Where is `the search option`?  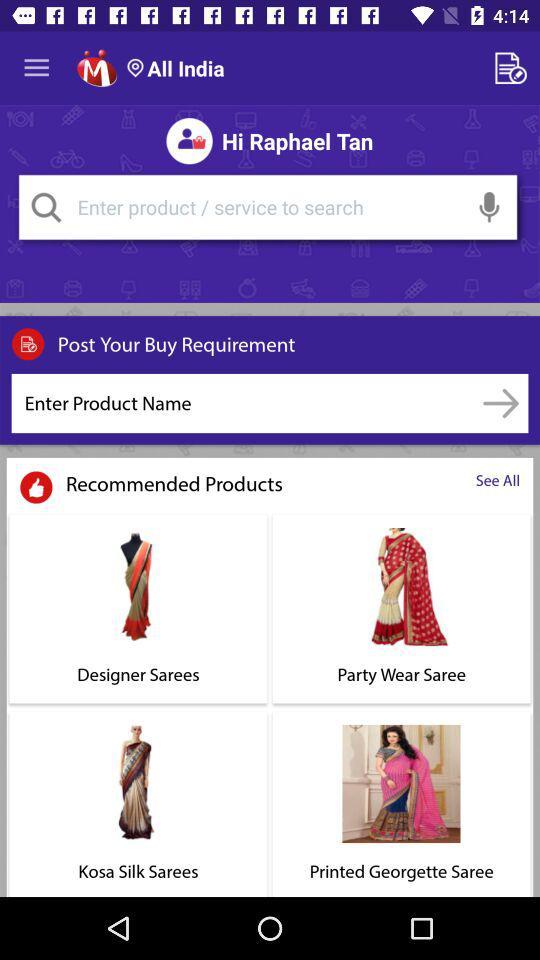
the search option is located at coordinates (267, 207).